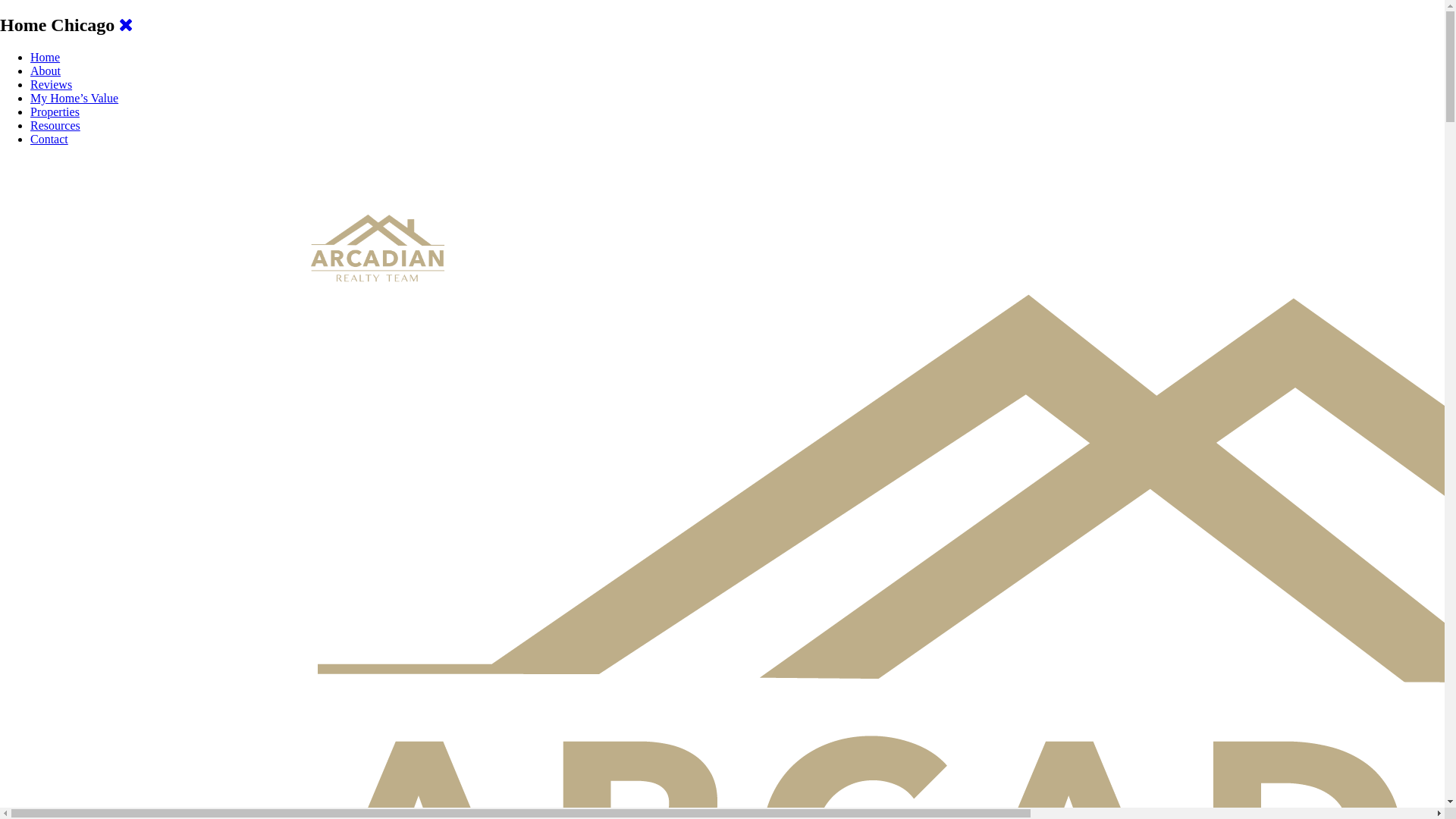 Image resolution: width=1456 pixels, height=819 pixels. What do you see at coordinates (51, 84) in the screenshot?
I see `'Reviews'` at bounding box center [51, 84].